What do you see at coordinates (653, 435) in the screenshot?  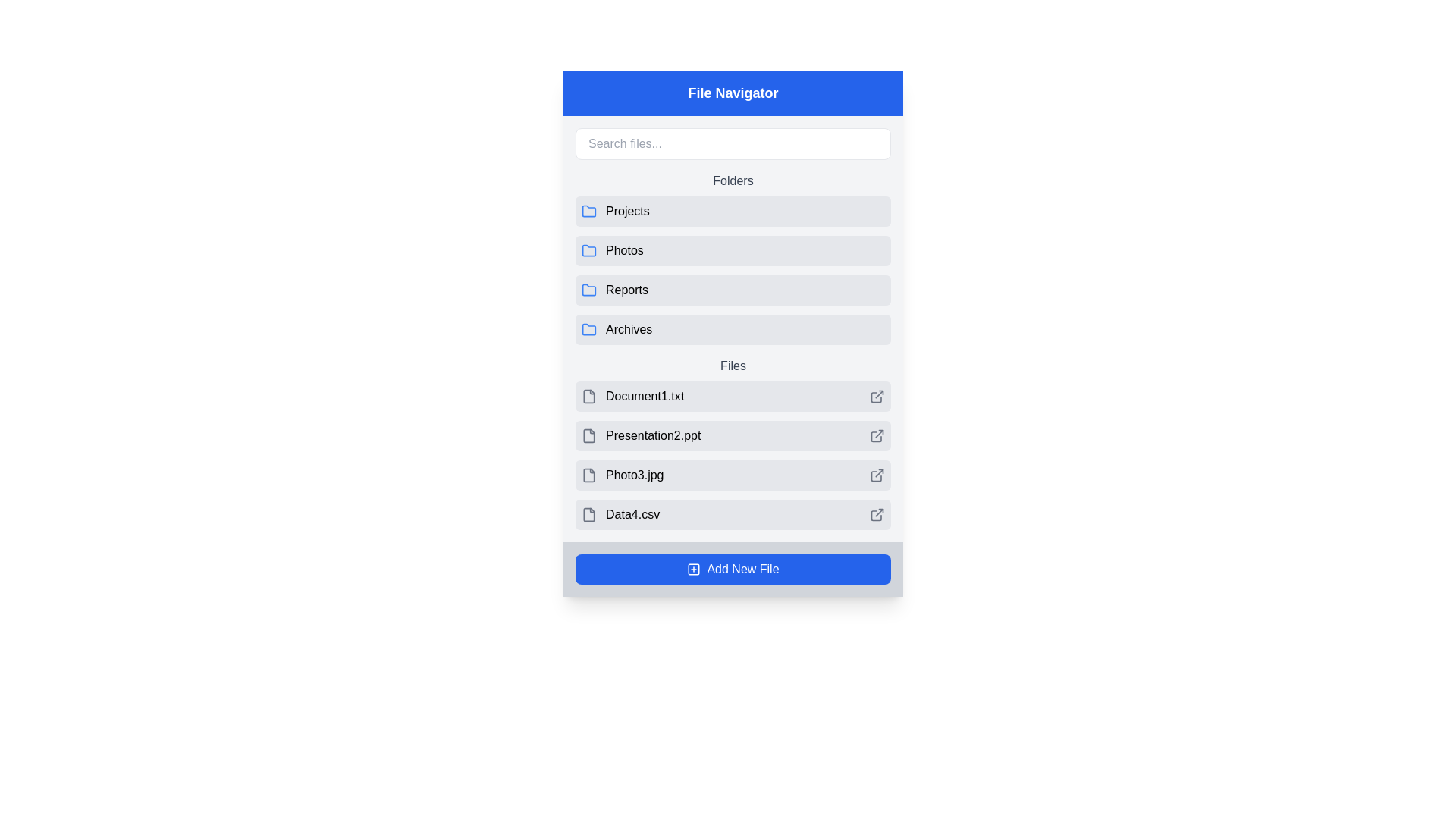 I see `the text label representing the file 'Presentation2.ppt', which is the second item` at bounding box center [653, 435].